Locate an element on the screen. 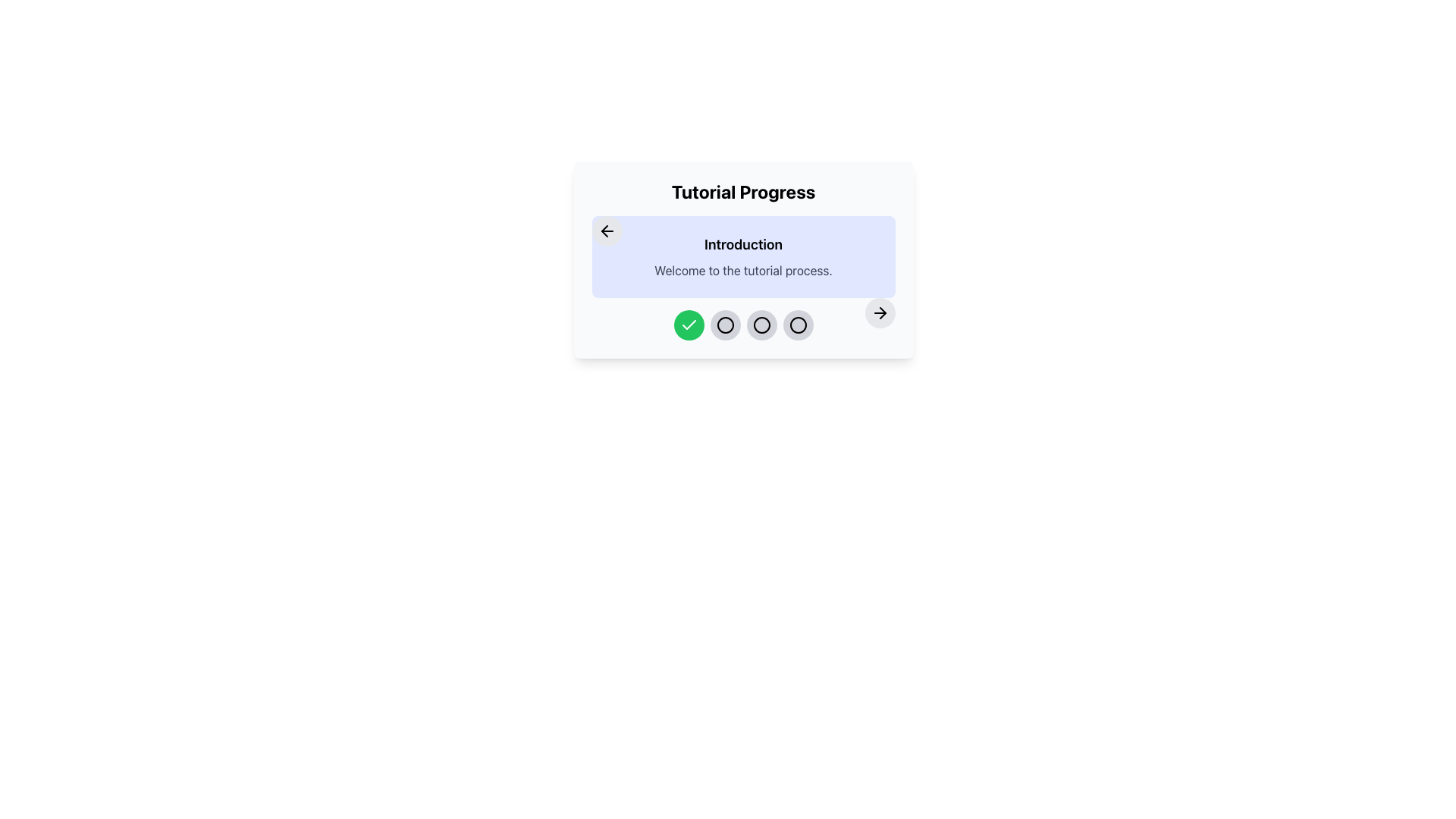  the second gray circular button in the tutorial interface is located at coordinates (724, 324).